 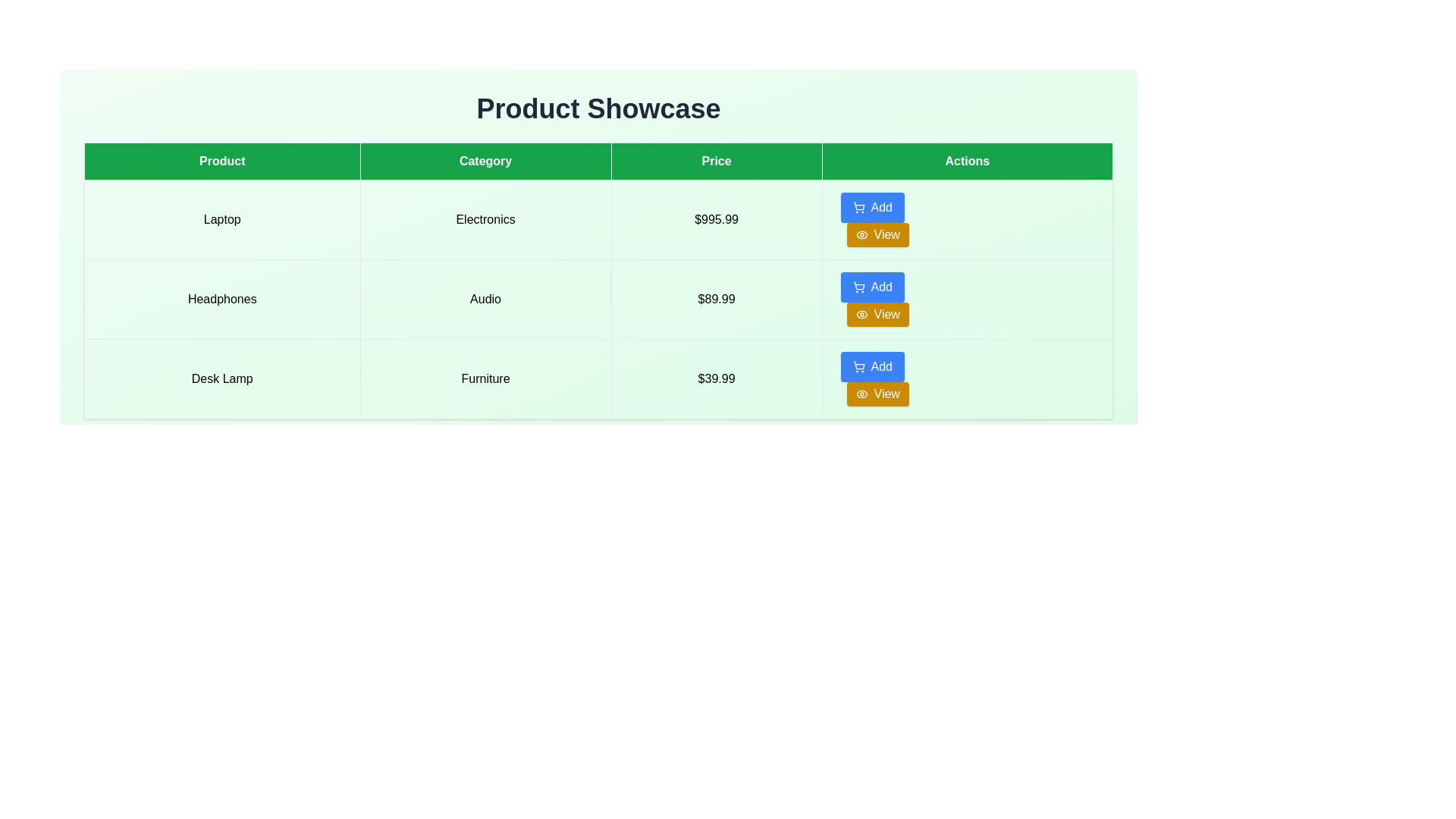 What do you see at coordinates (966, 161) in the screenshot?
I see `the 'Actions' table header, which is the fourth header in the row, located on the far right after the 'Price' header` at bounding box center [966, 161].